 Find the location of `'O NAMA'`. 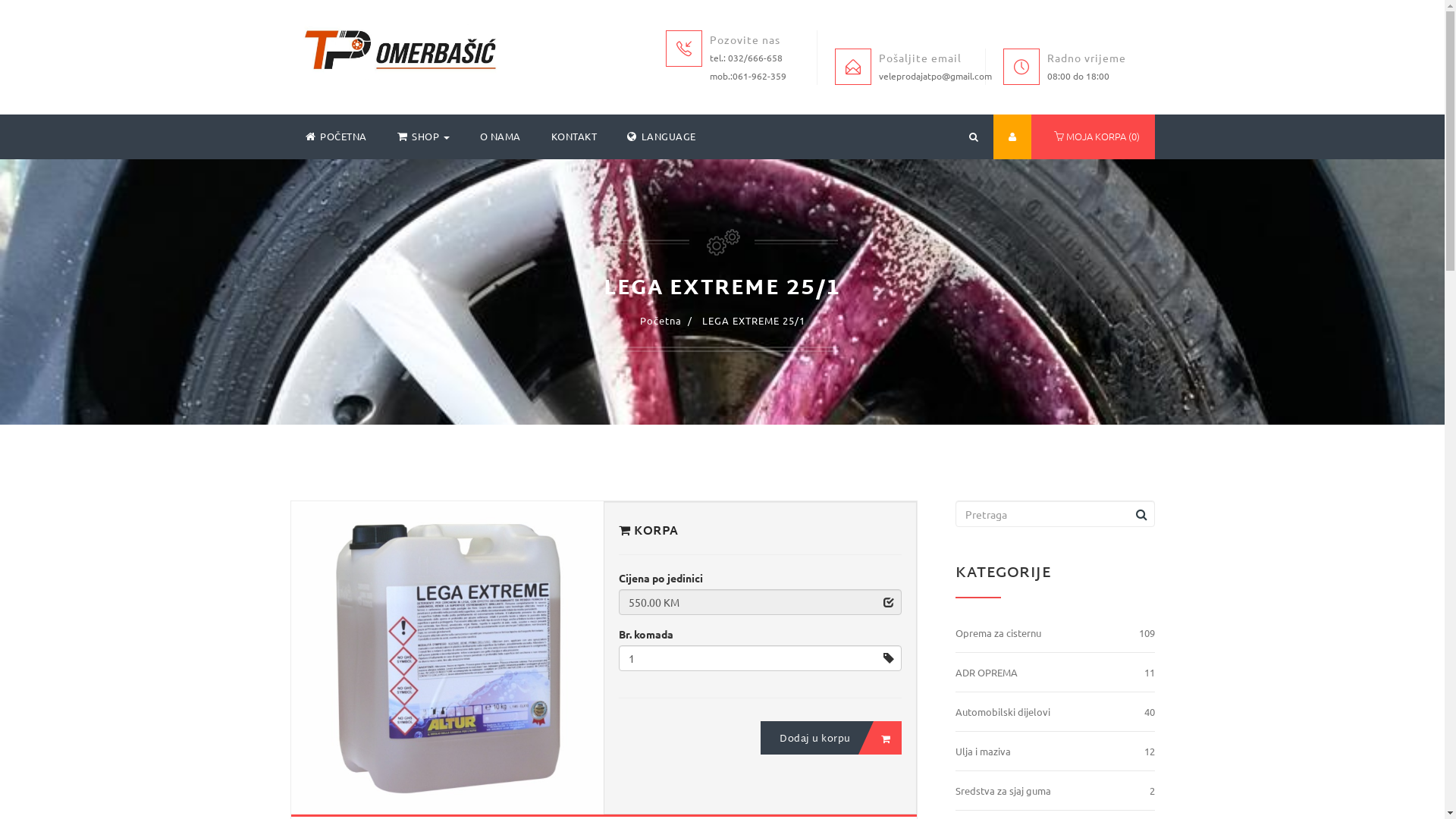

'O NAMA' is located at coordinates (499, 136).